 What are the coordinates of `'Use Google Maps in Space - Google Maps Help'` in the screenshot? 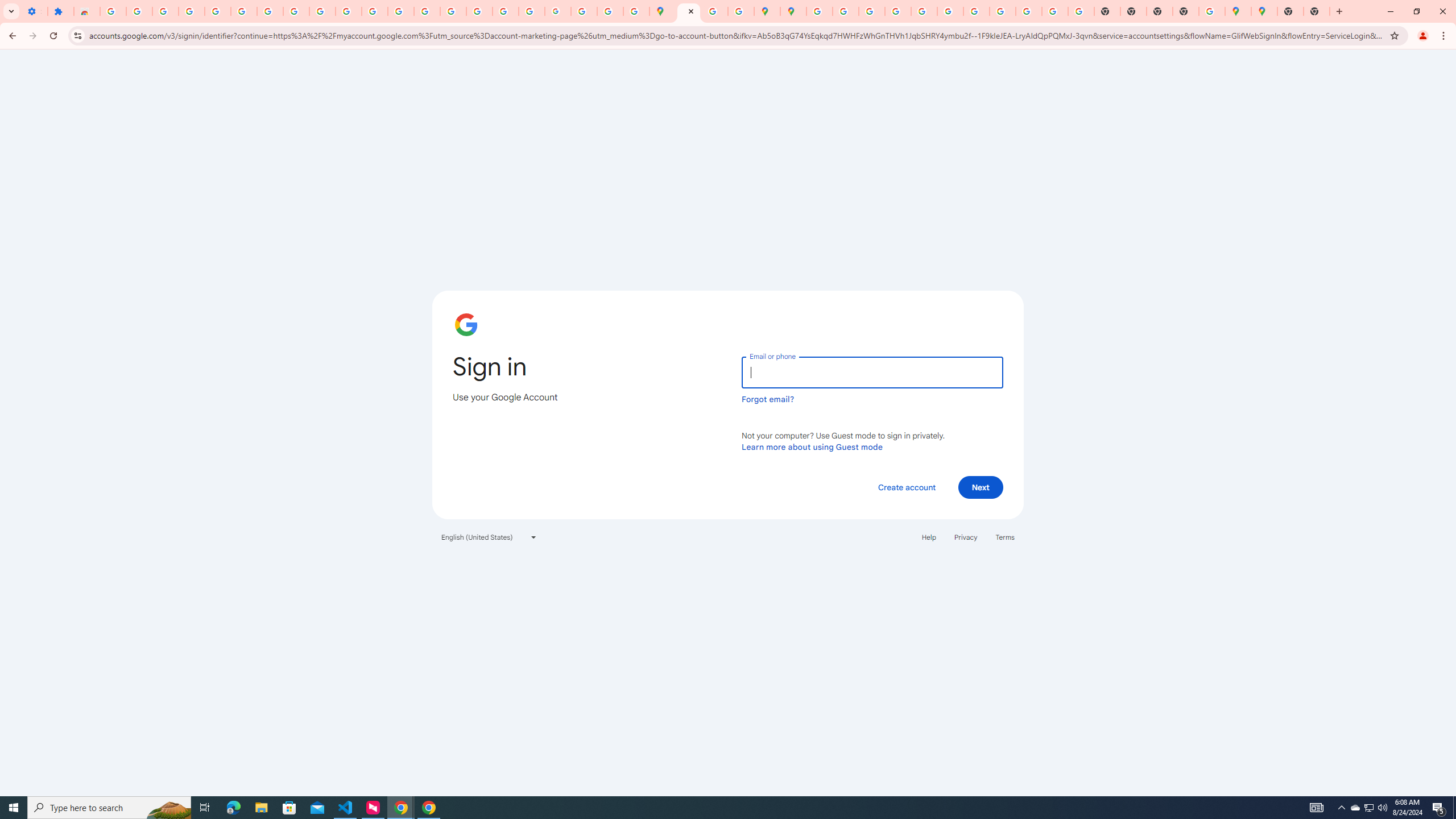 It's located at (1212, 11).